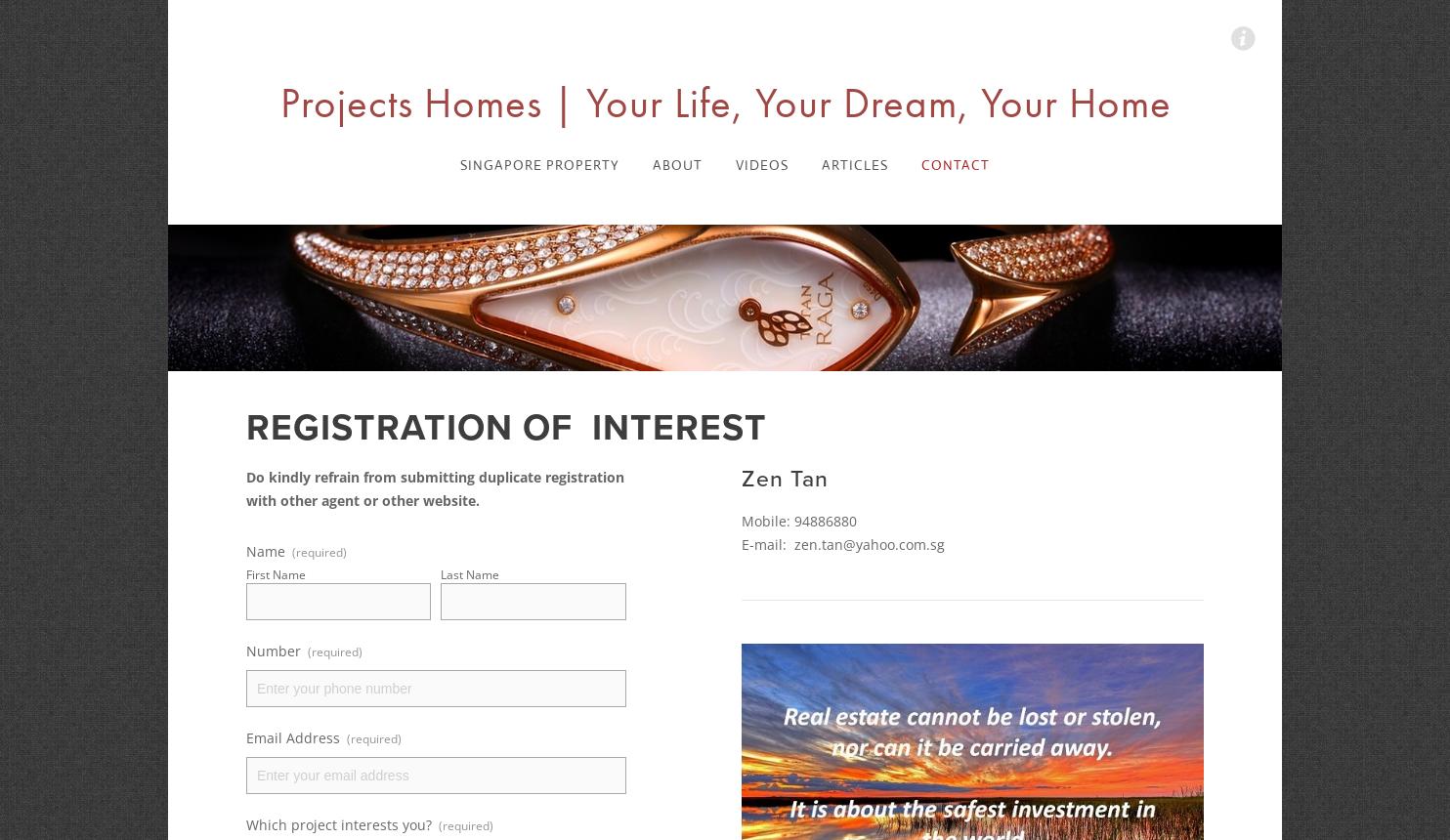 This screenshot has height=840, width=1450. What do you see at coordinates (293, 737) in the screenshot?
I see `'Email Address'` at bounding box center [293, 737].